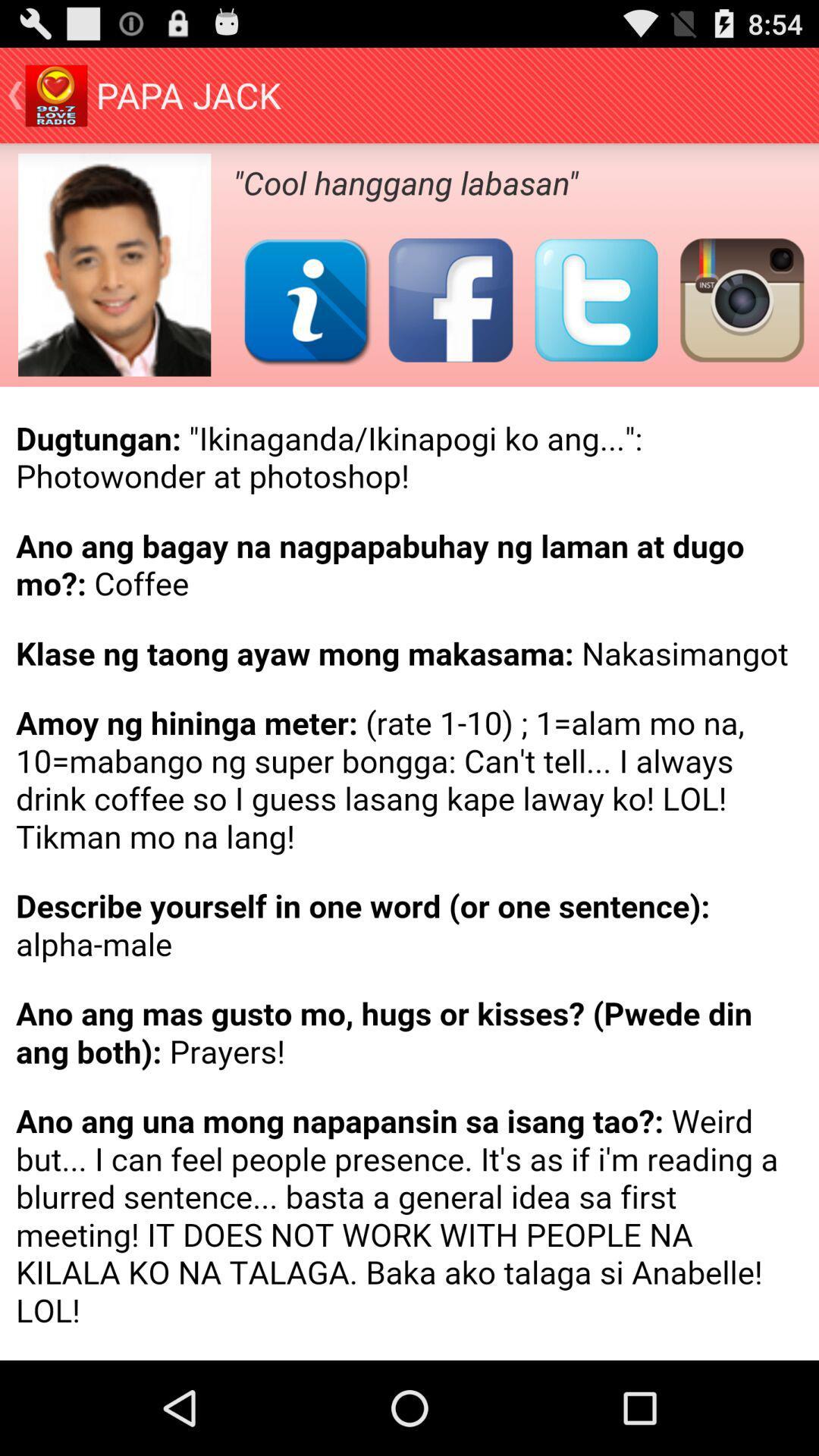 The image size is (819, 1456). What do you see at coordinates (450, 320) in the screenshot?
I see `the facebook icon` at bounding box center [450, 320].